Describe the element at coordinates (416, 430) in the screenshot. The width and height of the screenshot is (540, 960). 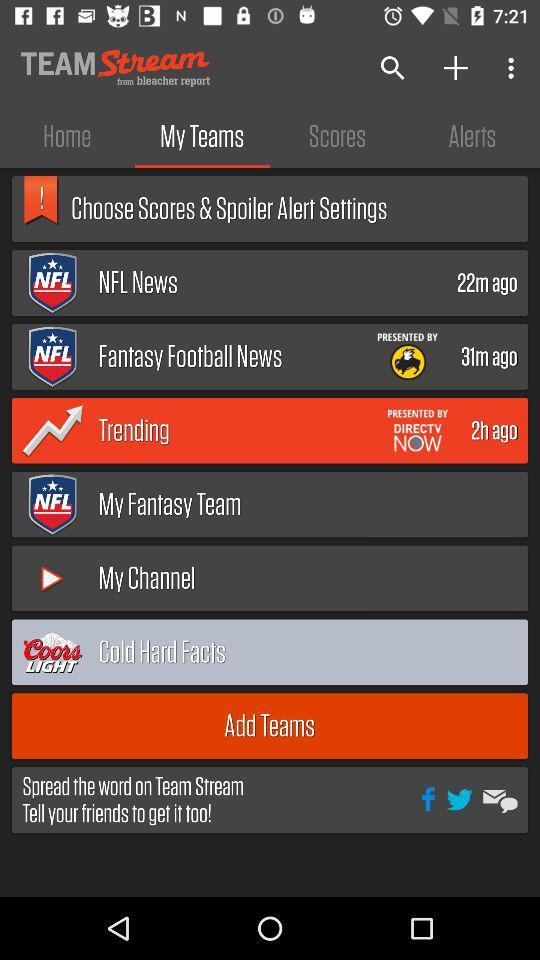
I see `directv now` at that location.